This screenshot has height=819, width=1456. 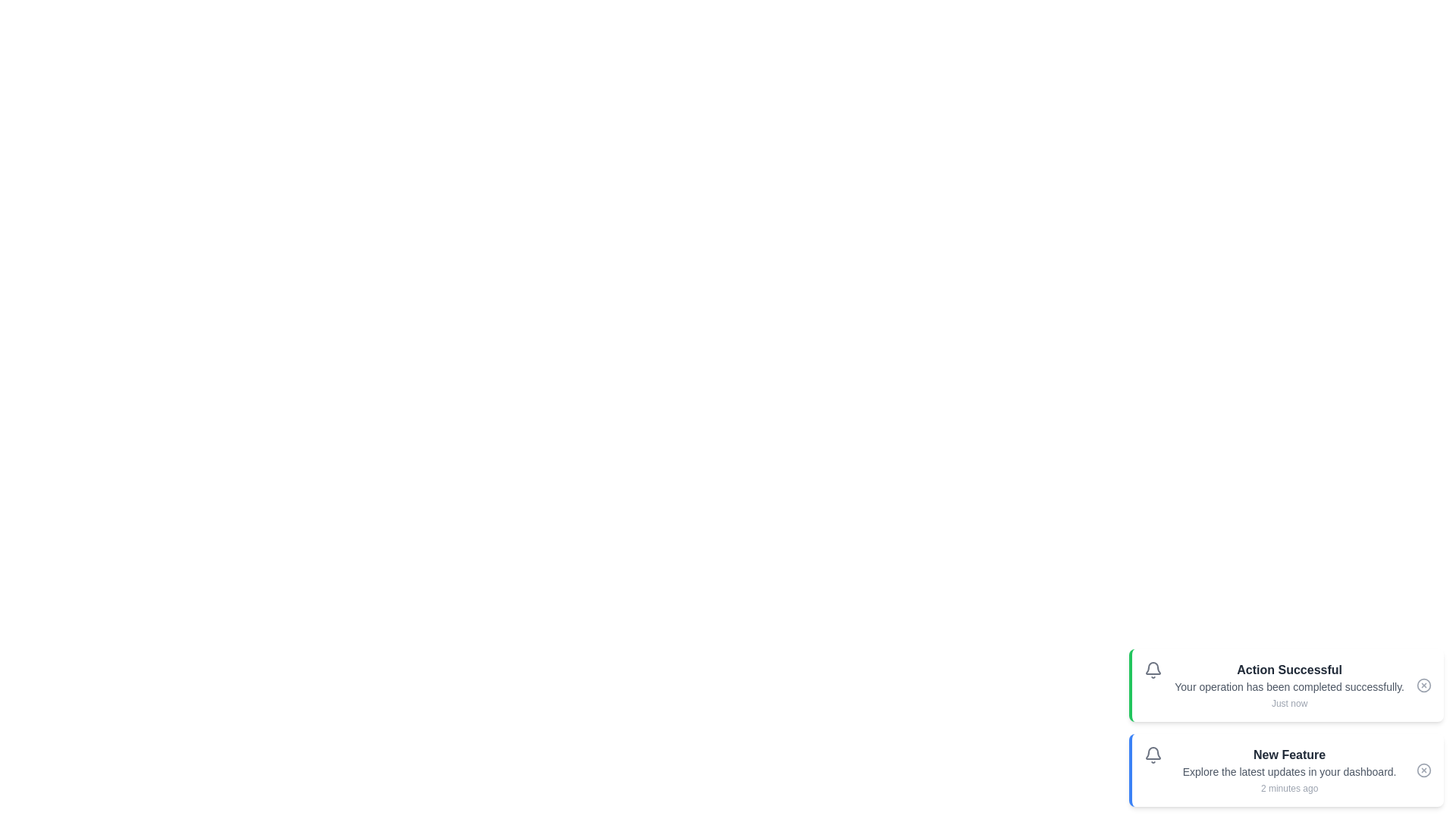 I want to click on the timestamp text label located at the bottom of the second notification card, which indicates when the notification was generated, so click(x=1288, y=788).